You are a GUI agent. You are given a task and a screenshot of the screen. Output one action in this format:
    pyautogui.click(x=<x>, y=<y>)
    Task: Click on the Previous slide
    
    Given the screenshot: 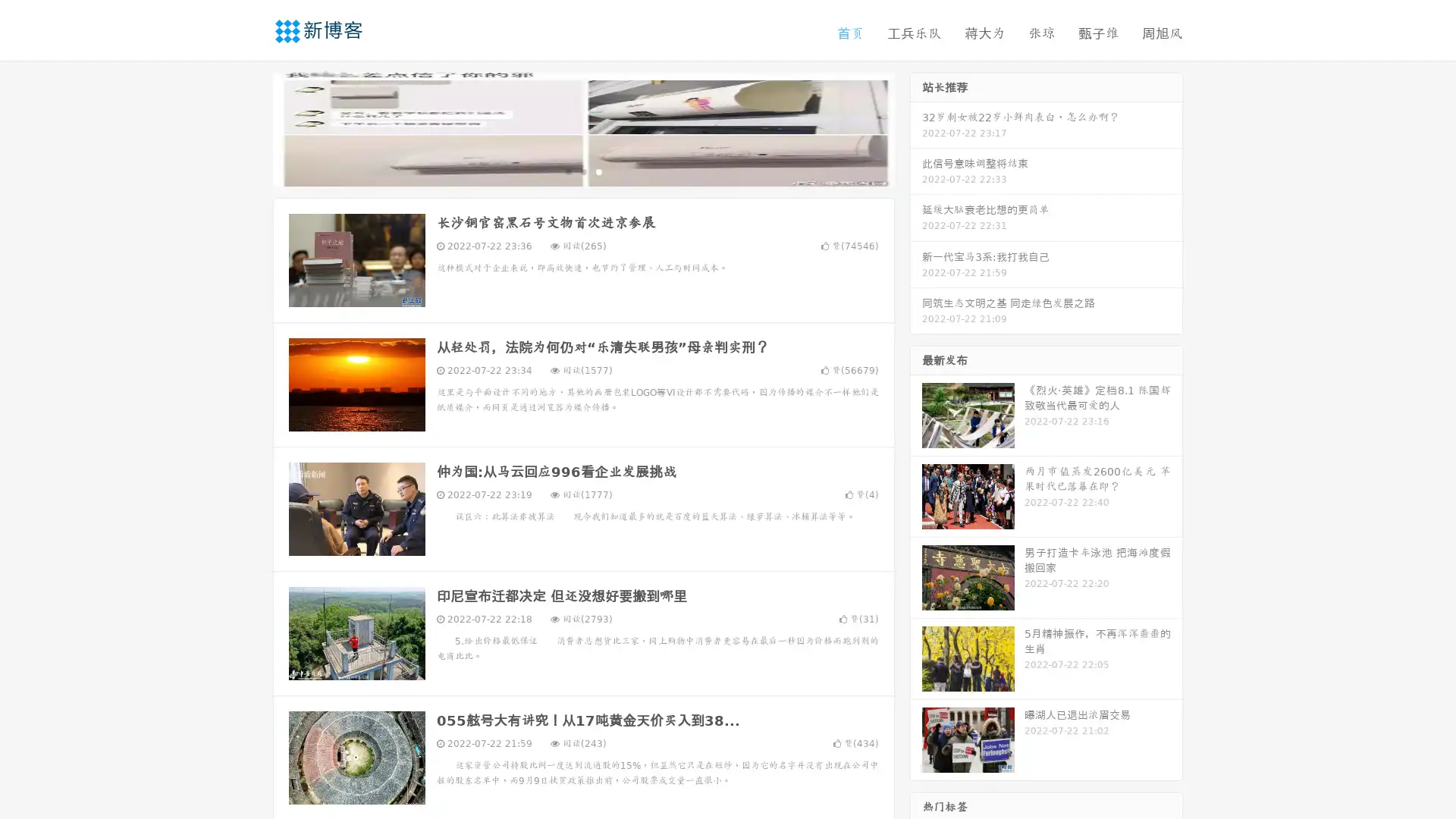 What is the action you would take?
    pyautogui.click(x=250, y=127)
    